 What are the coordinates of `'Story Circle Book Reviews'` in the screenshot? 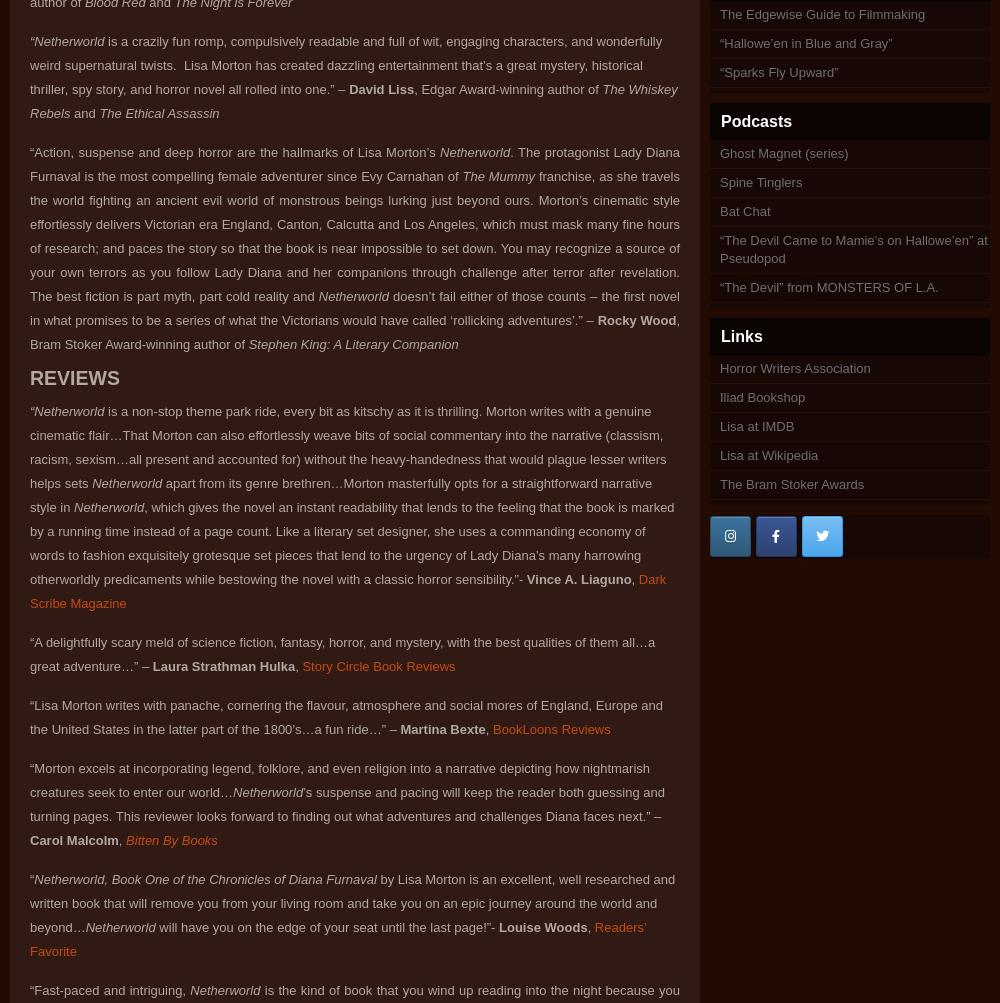 It's located at (378, 666).